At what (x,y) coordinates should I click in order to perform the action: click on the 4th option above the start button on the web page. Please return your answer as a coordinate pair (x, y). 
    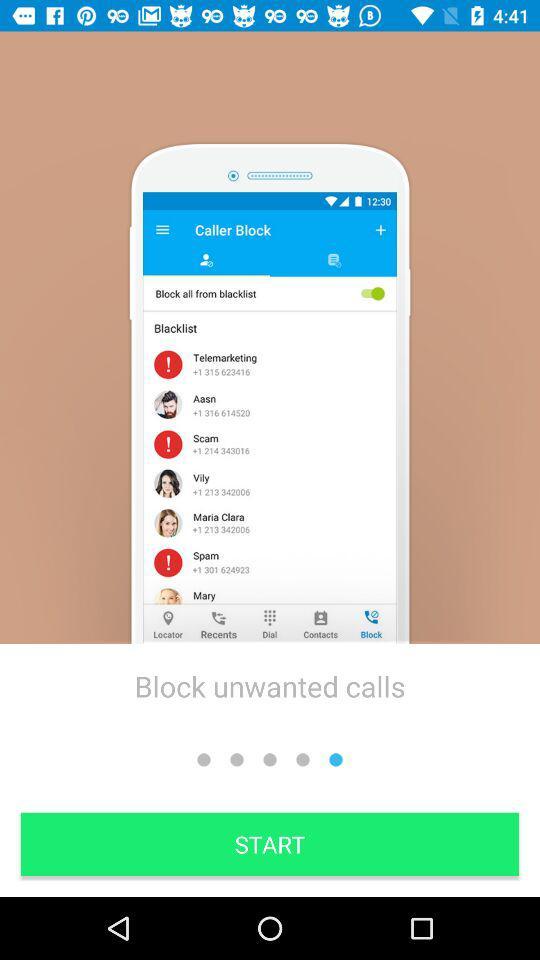
    Looking at the image, I should click on (302, 759).